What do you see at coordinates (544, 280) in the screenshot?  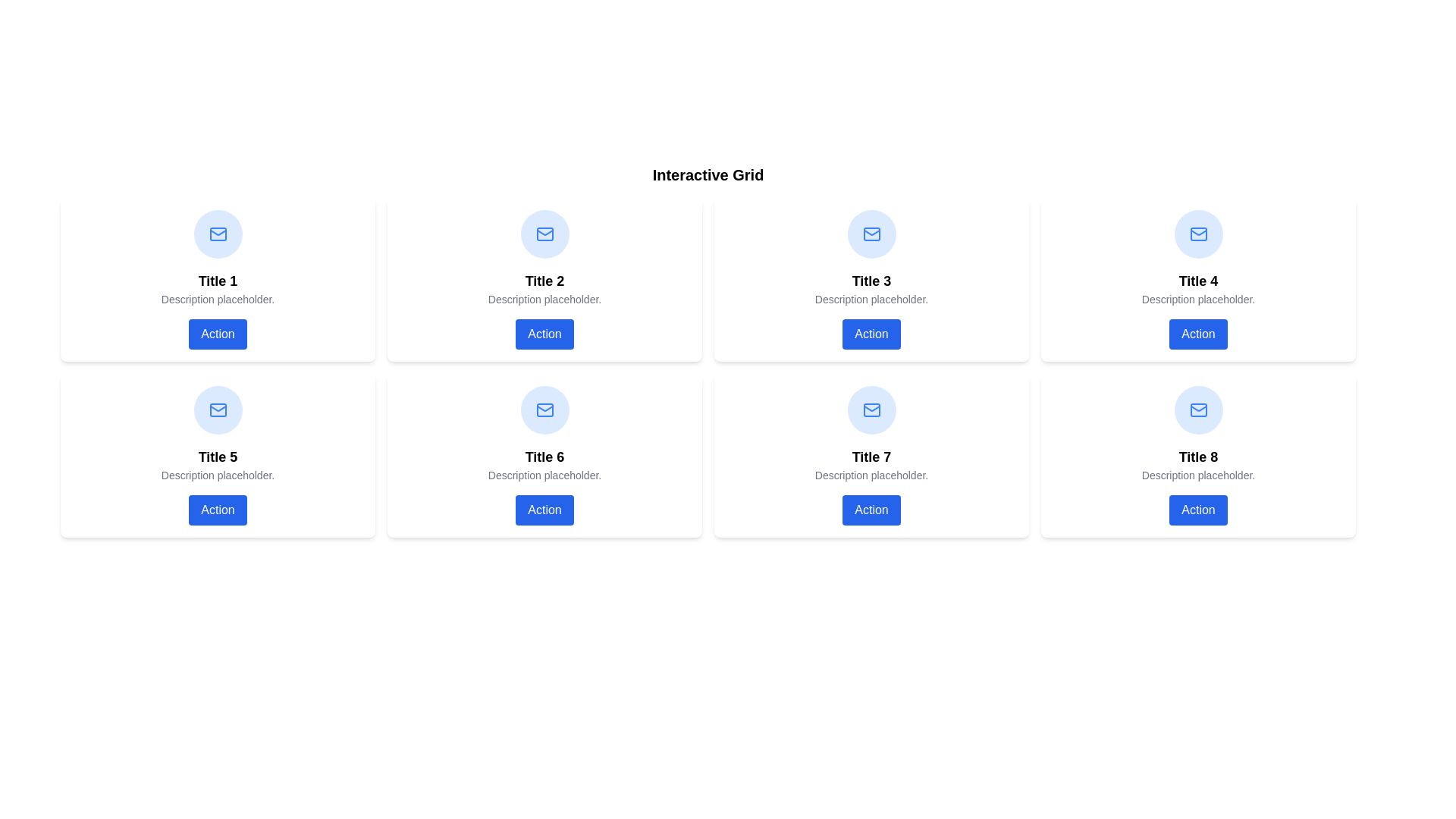 I see `the second card in the grid layout, located in the first row, second column to trigger a visual effect` at bounding box center [544, 280].